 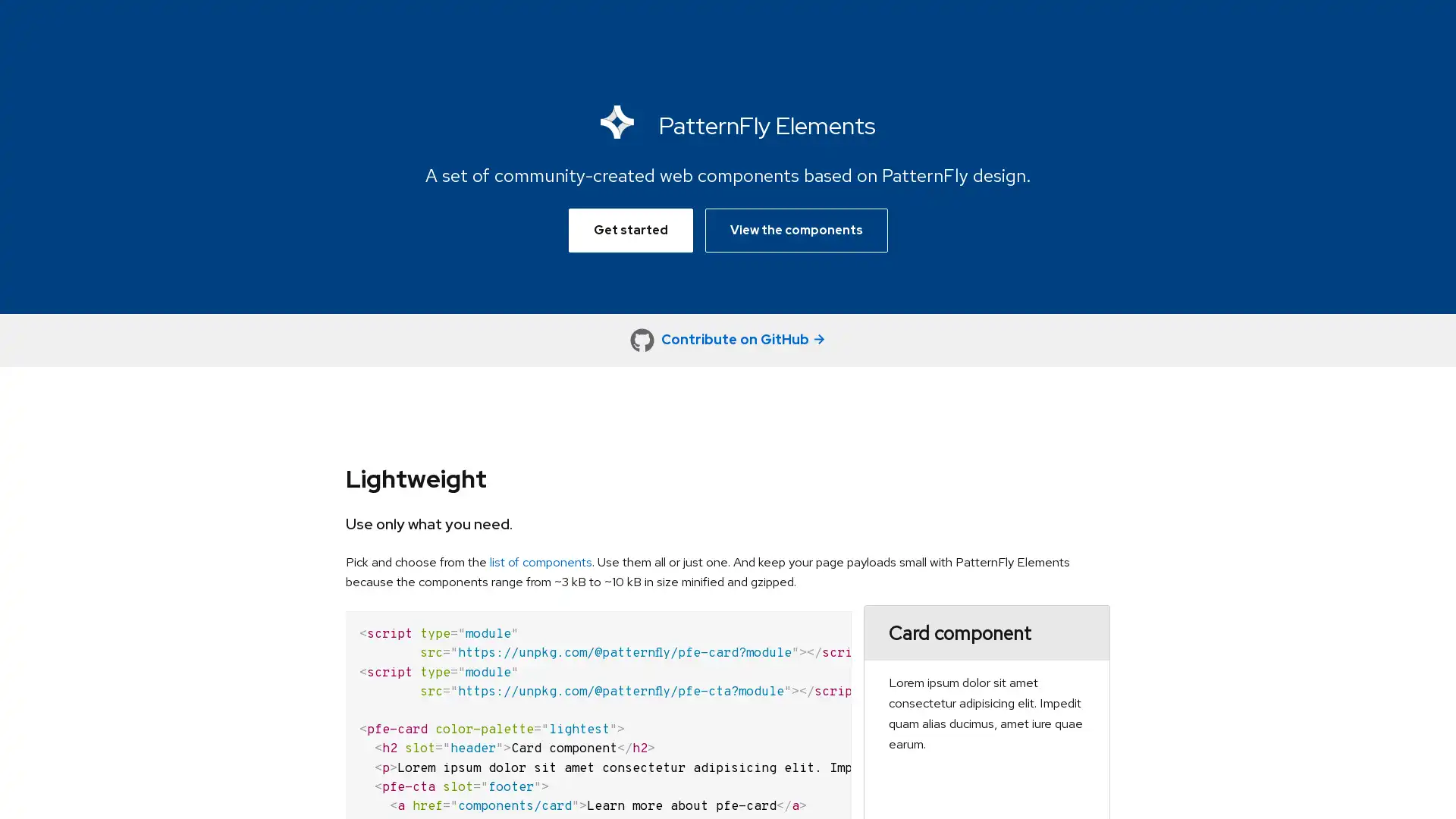 What do you see at coordinates (829, 623) in the screenshot?
I see `Copy` at bounding box center [829, 623].